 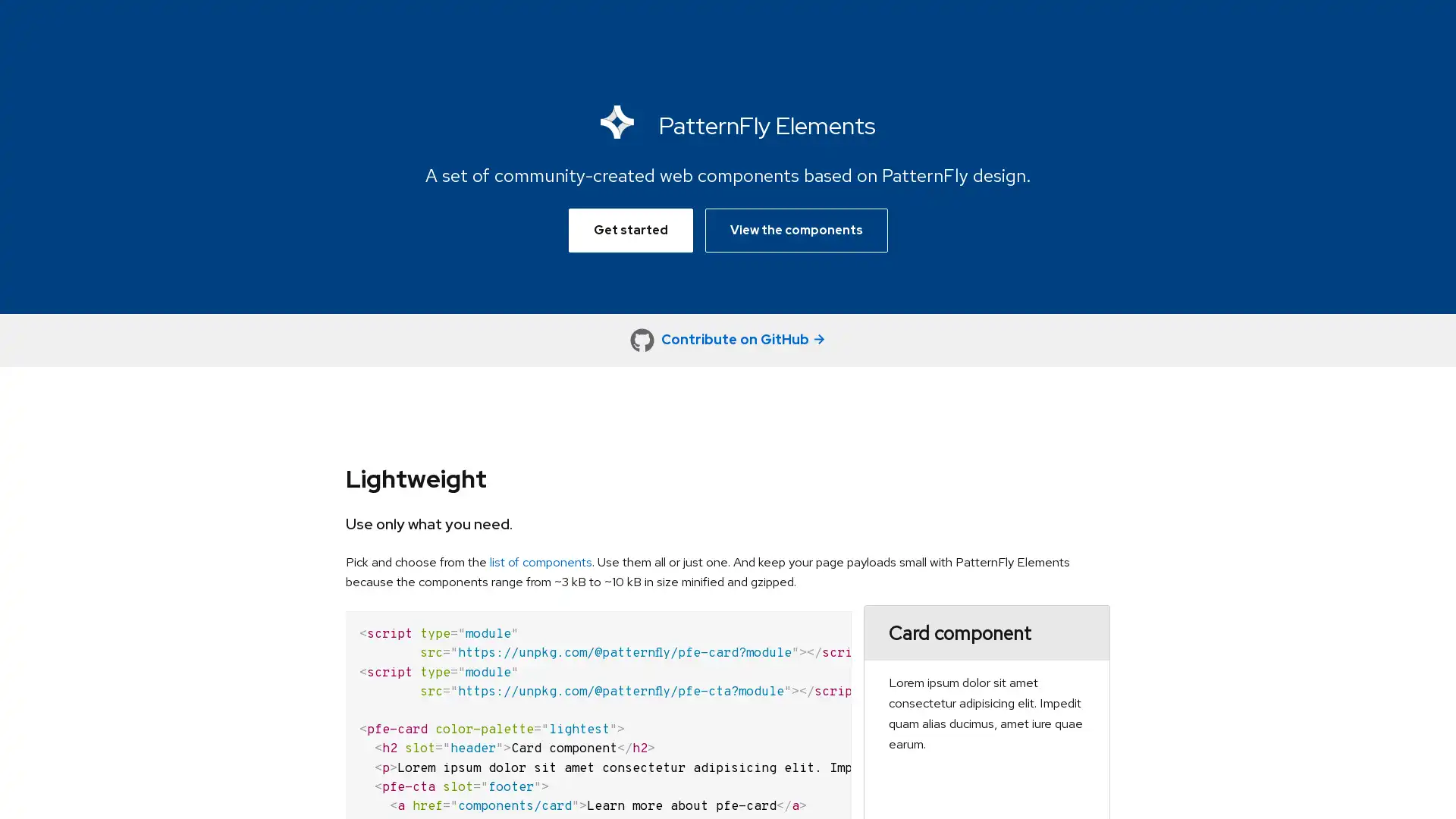 What do you see at coordinates (829, 623) in the screenshot?
I see `Copy` at bounding box center [829, 623].